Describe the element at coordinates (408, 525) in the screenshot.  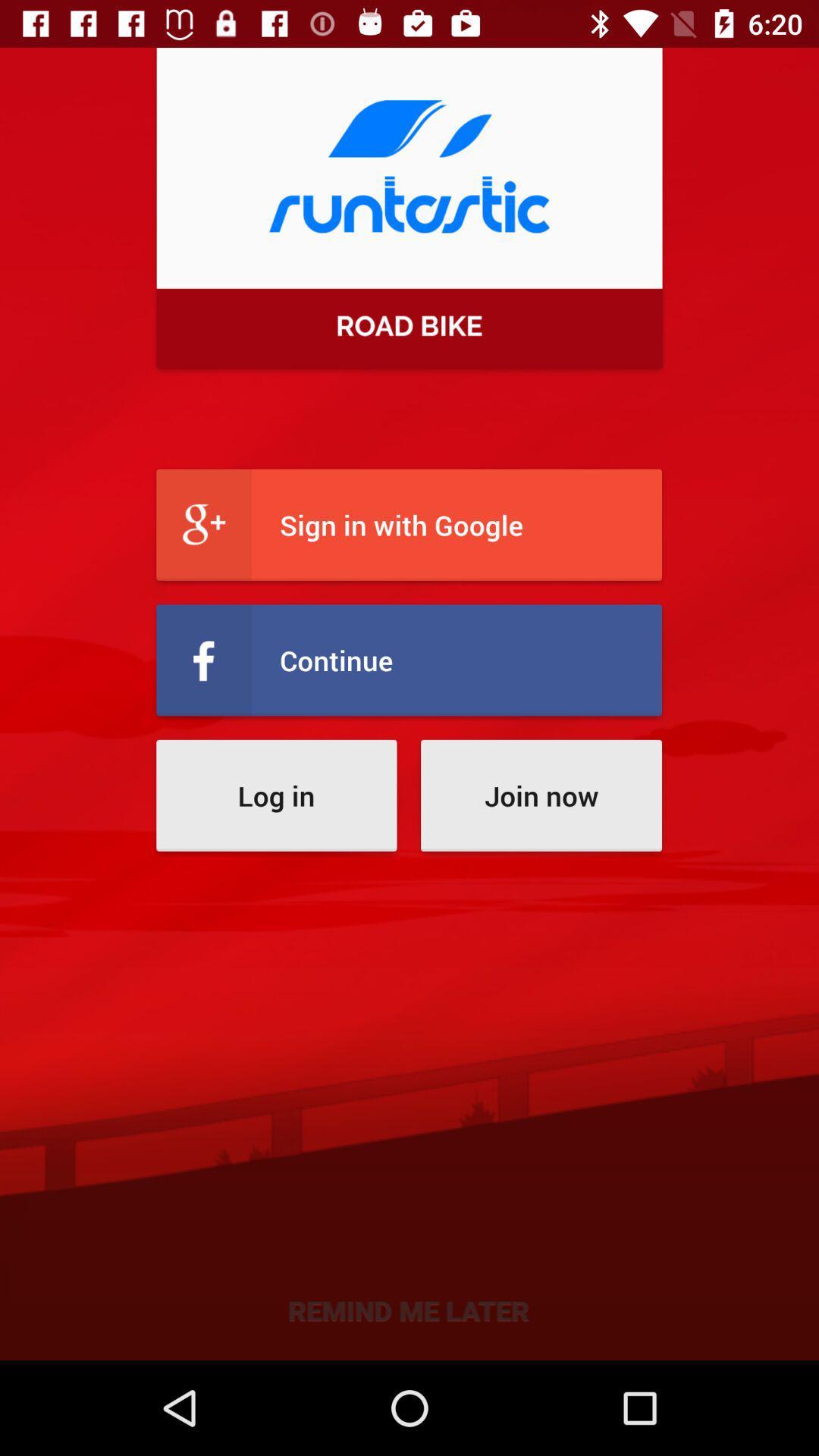
I see `sign in with` at that location.